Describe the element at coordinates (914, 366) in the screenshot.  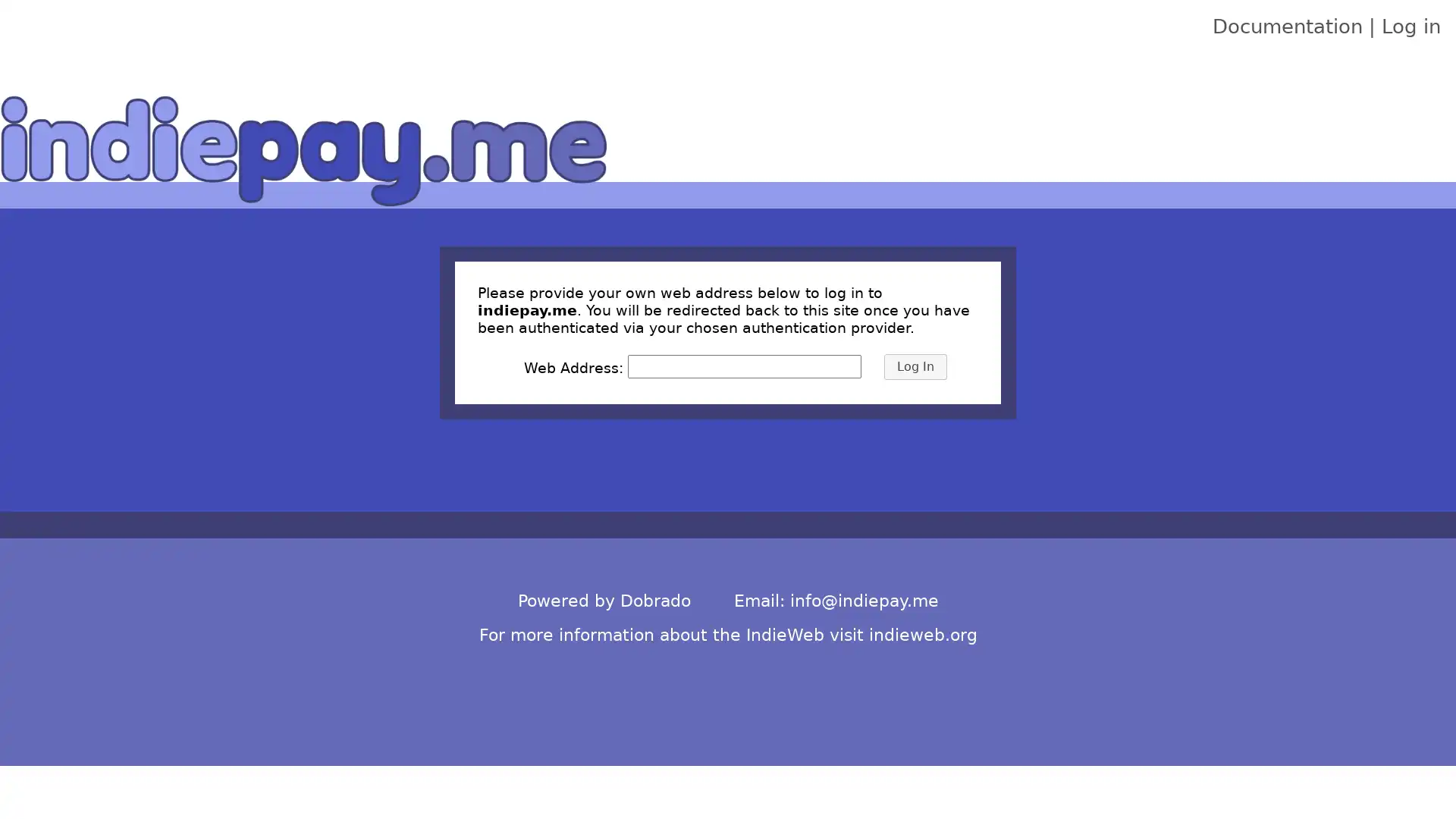
I see `Log In` at that location.